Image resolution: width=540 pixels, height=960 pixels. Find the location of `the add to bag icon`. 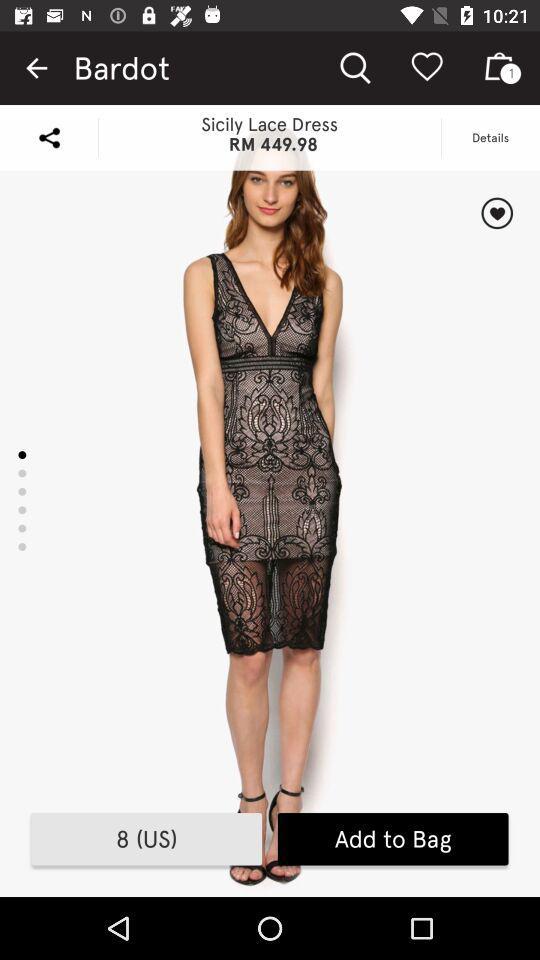

the add to bag icon is located at coordinates (393, 839).